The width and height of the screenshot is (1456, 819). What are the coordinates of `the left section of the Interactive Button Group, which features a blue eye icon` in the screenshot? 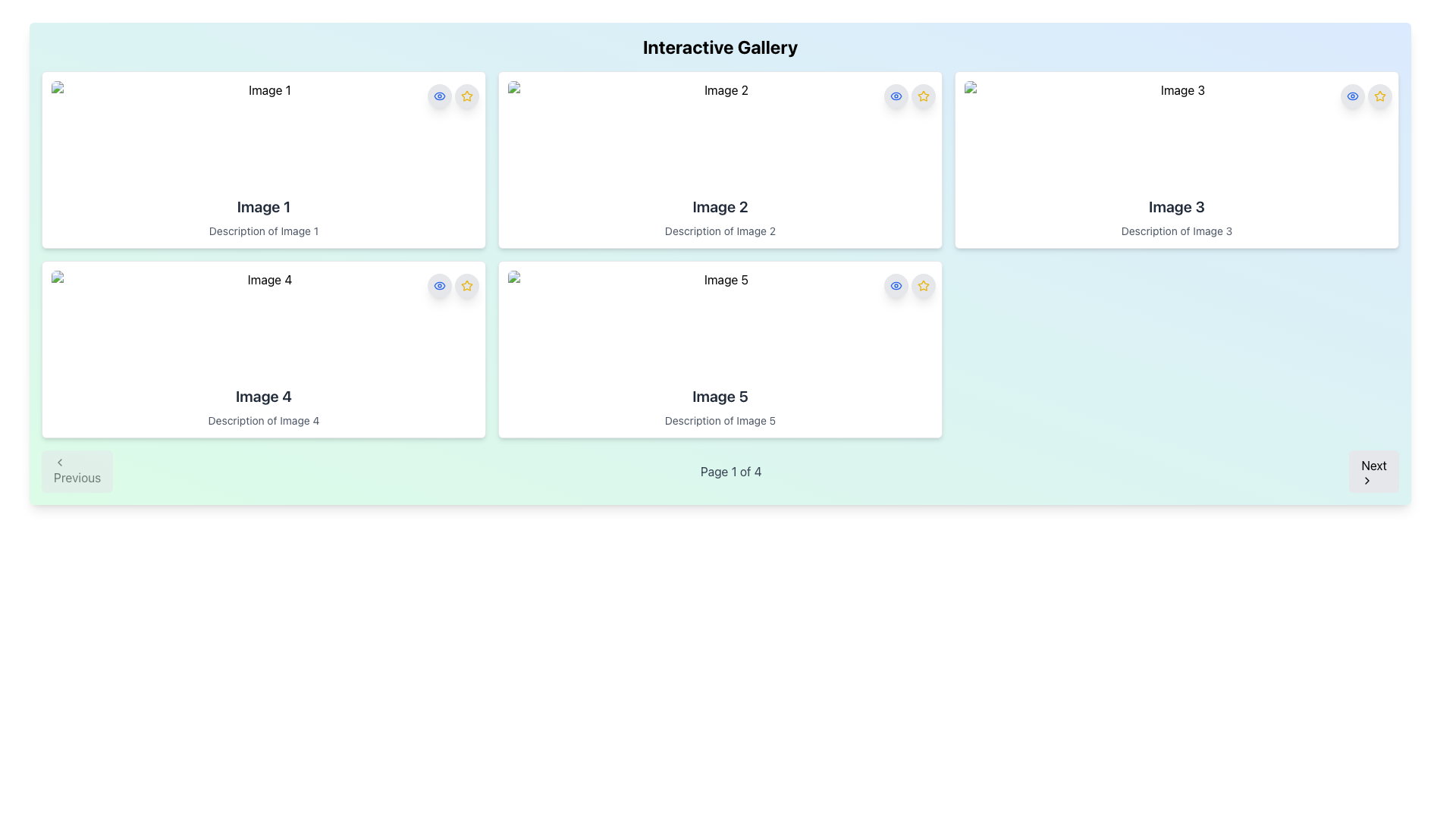 It's located at (453, 96).